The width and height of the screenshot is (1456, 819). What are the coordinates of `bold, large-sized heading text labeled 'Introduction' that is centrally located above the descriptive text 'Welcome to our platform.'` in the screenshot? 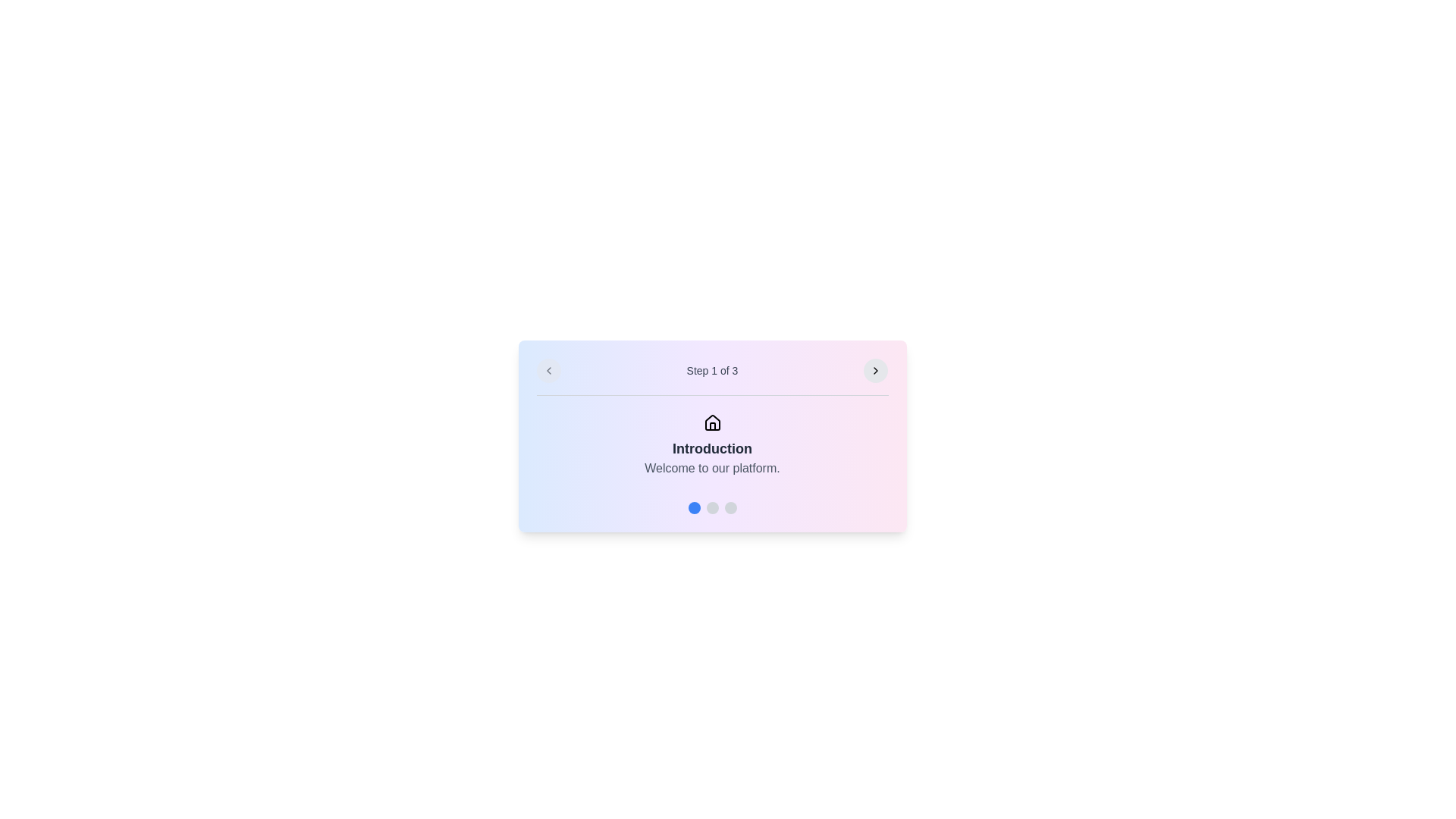 It's located at (711, 447).